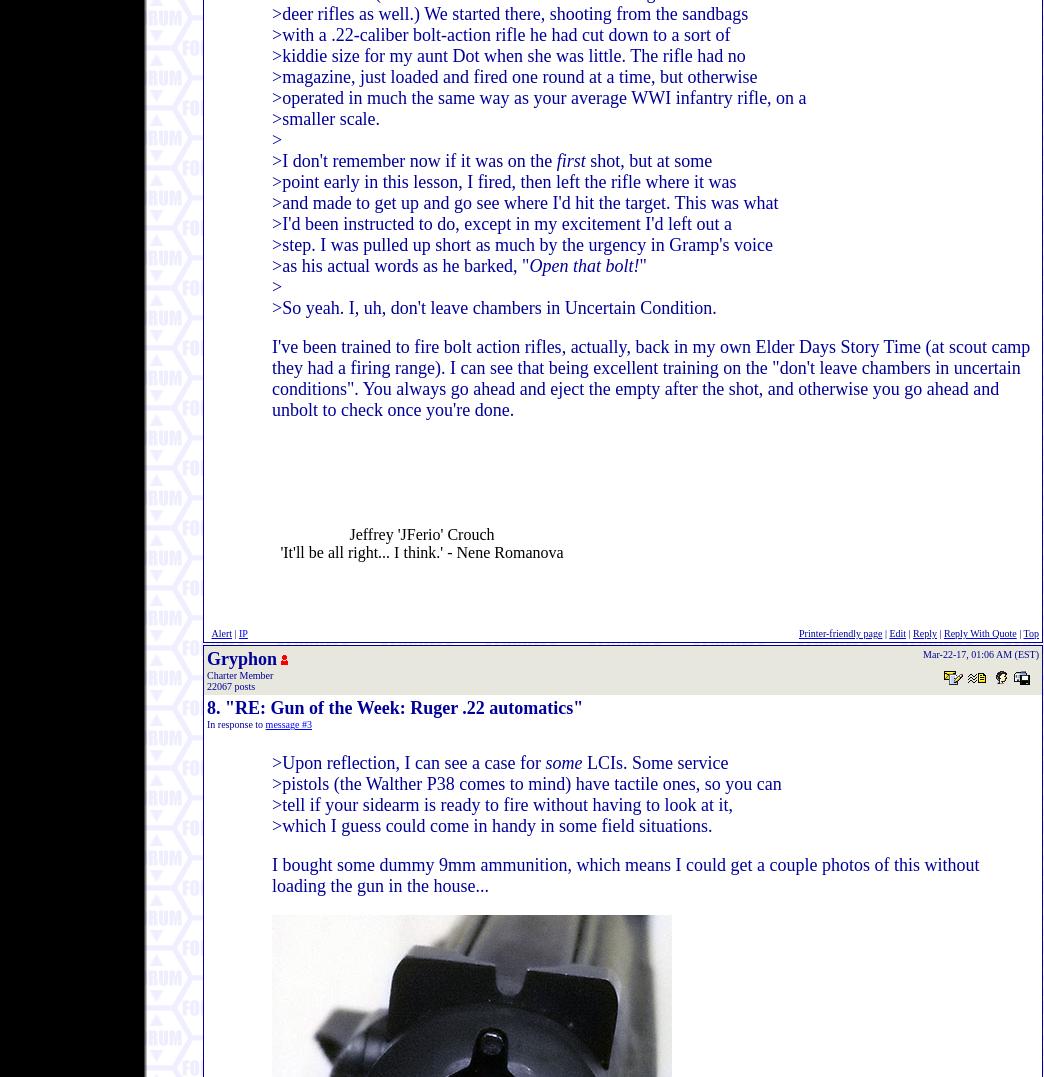 This screenshot has width=1044, height=1077. I want to click on 'I've been trained to fire bolt action rifles, actually, back in my own Elder Days Story Time (at scout camp they had a firing range). I can see that being excellent training on the "don't leave chambers in uncertain conditions". You always go ahead and eject the empty after the shot, and otherwise you go ahead and unbolt to check once you're done.', so click(651, 378).